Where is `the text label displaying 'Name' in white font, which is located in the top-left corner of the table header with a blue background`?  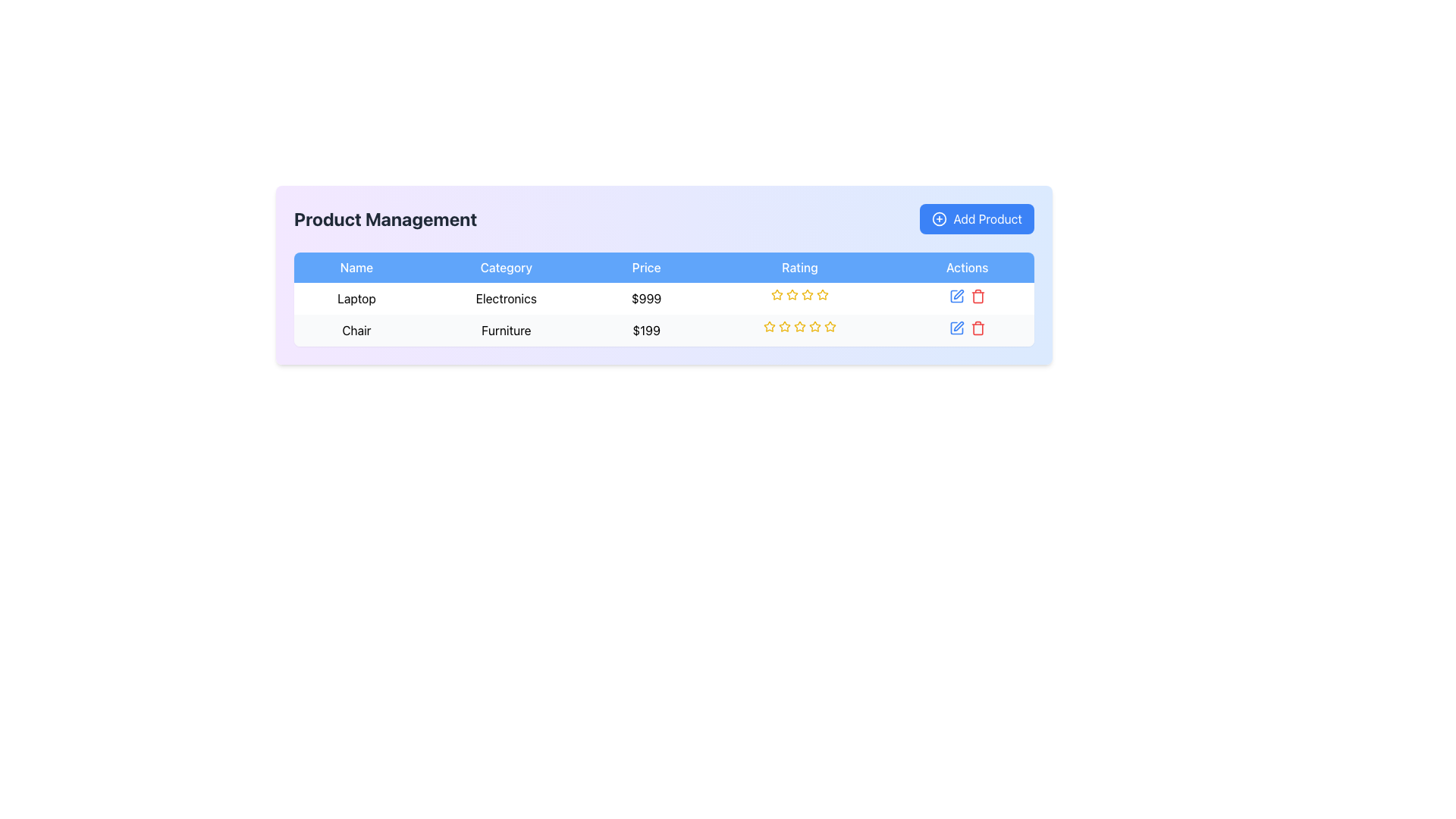 the text label displaying 'Name' in white font, which is located in the top-left corner of the table header with a blue background is located at coordinates (356, 267).